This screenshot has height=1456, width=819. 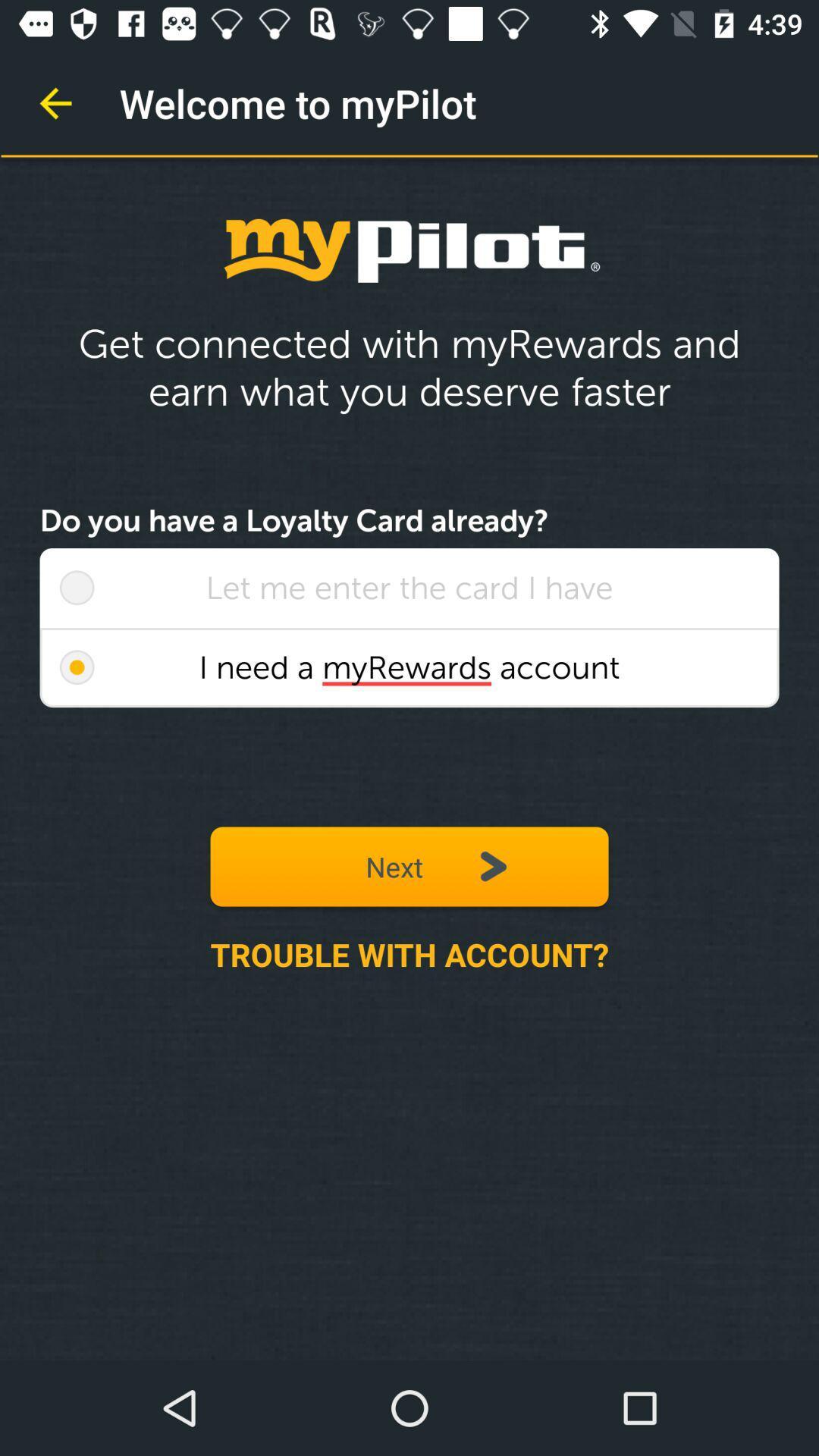 I want to click on icon above next item, so click(x=409, y=667).